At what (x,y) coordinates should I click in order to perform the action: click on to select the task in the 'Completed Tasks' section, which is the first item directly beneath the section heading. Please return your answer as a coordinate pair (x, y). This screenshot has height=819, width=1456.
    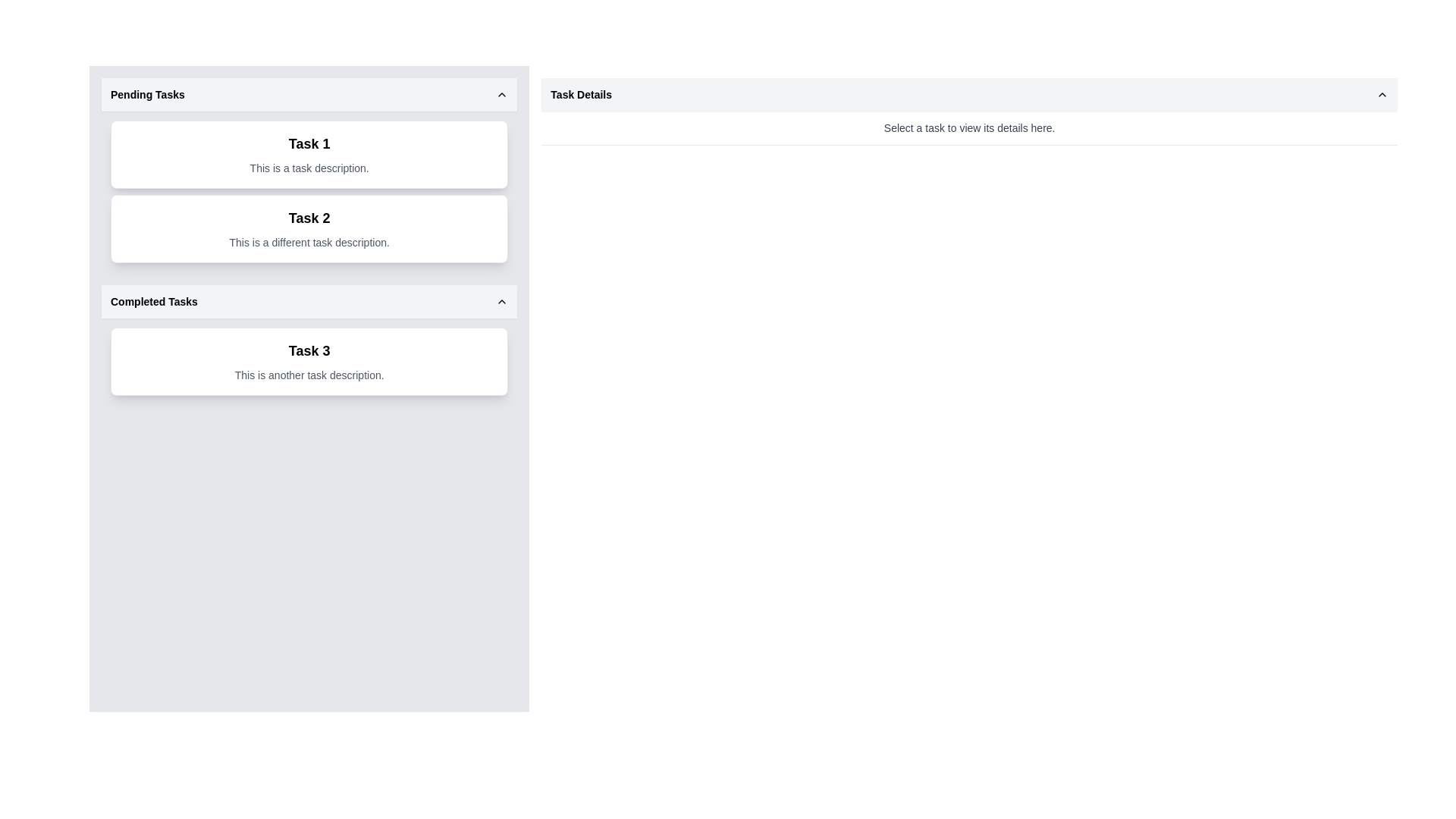
    Looking at the image, I should click on (309, 362).